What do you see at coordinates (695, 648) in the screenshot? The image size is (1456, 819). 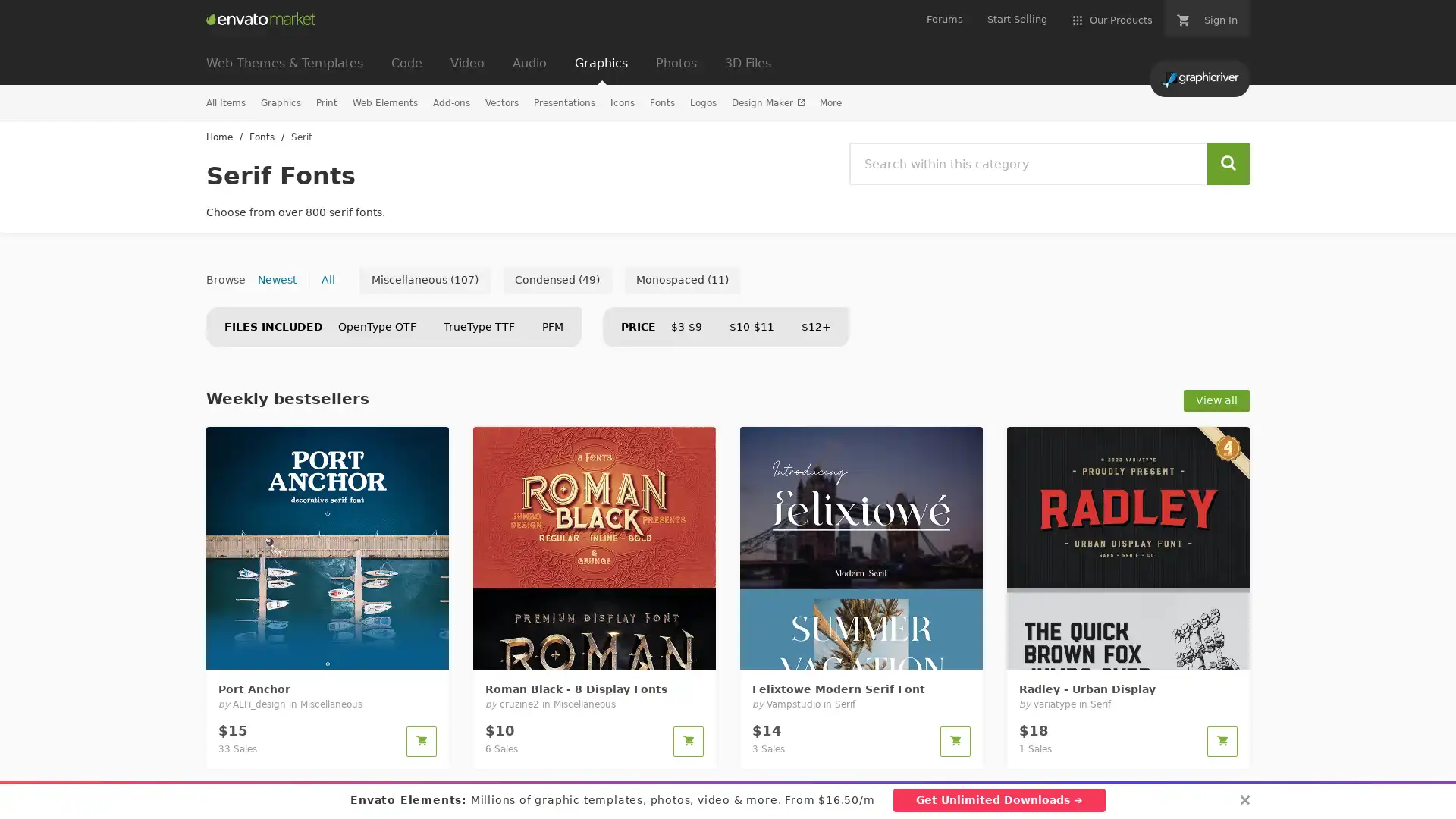 I see `Add to Favorites` at bounding box center [695, 648].